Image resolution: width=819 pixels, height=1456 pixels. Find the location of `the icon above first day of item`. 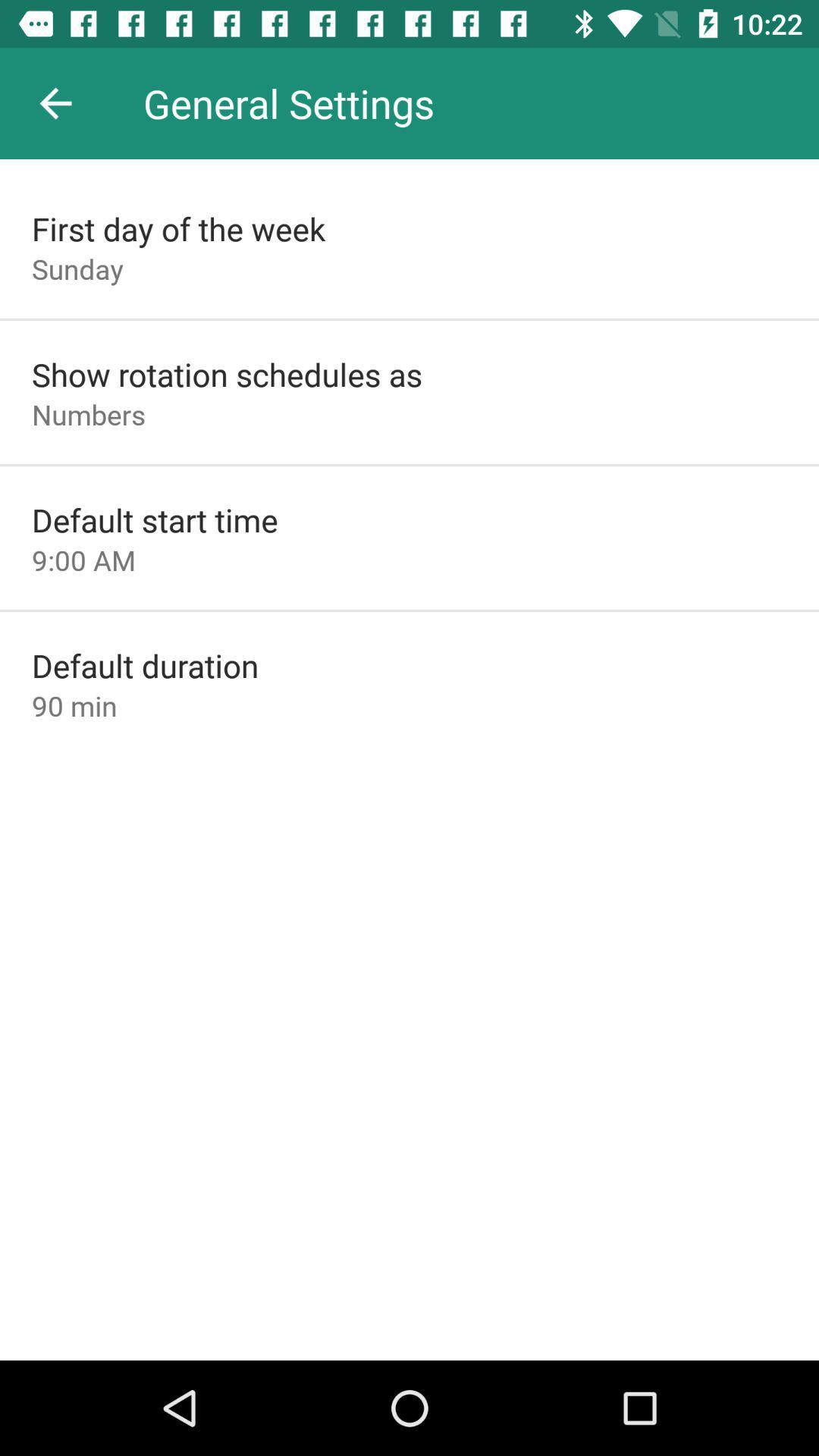

the icon above first day of item is located at coordinates (55, 102).